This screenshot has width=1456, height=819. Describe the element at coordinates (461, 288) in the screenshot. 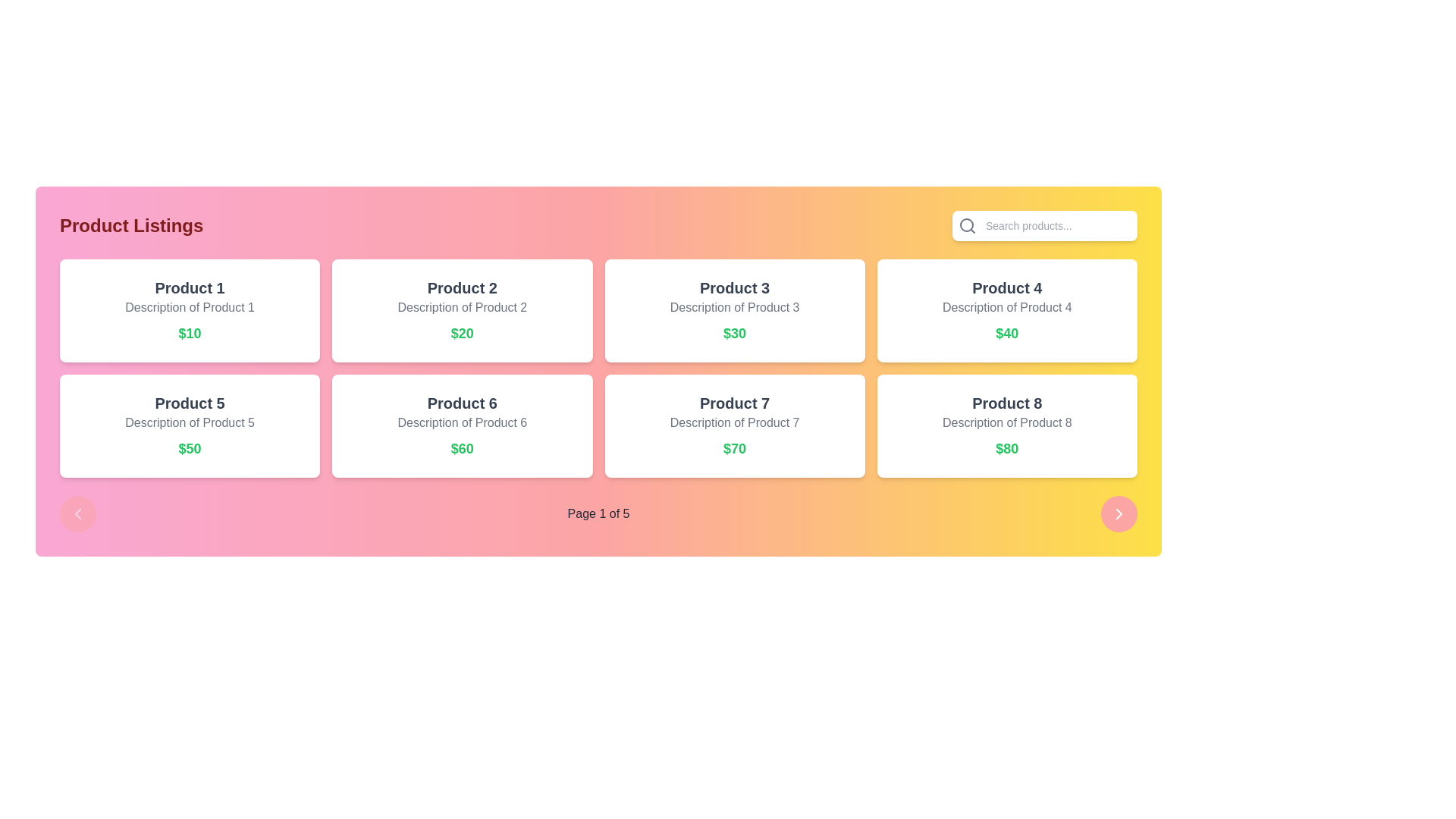

I see `the static text label that displays 'Product 2' in bold, larger dark gray font, located at the top of the second white card in the product grid` at that location.